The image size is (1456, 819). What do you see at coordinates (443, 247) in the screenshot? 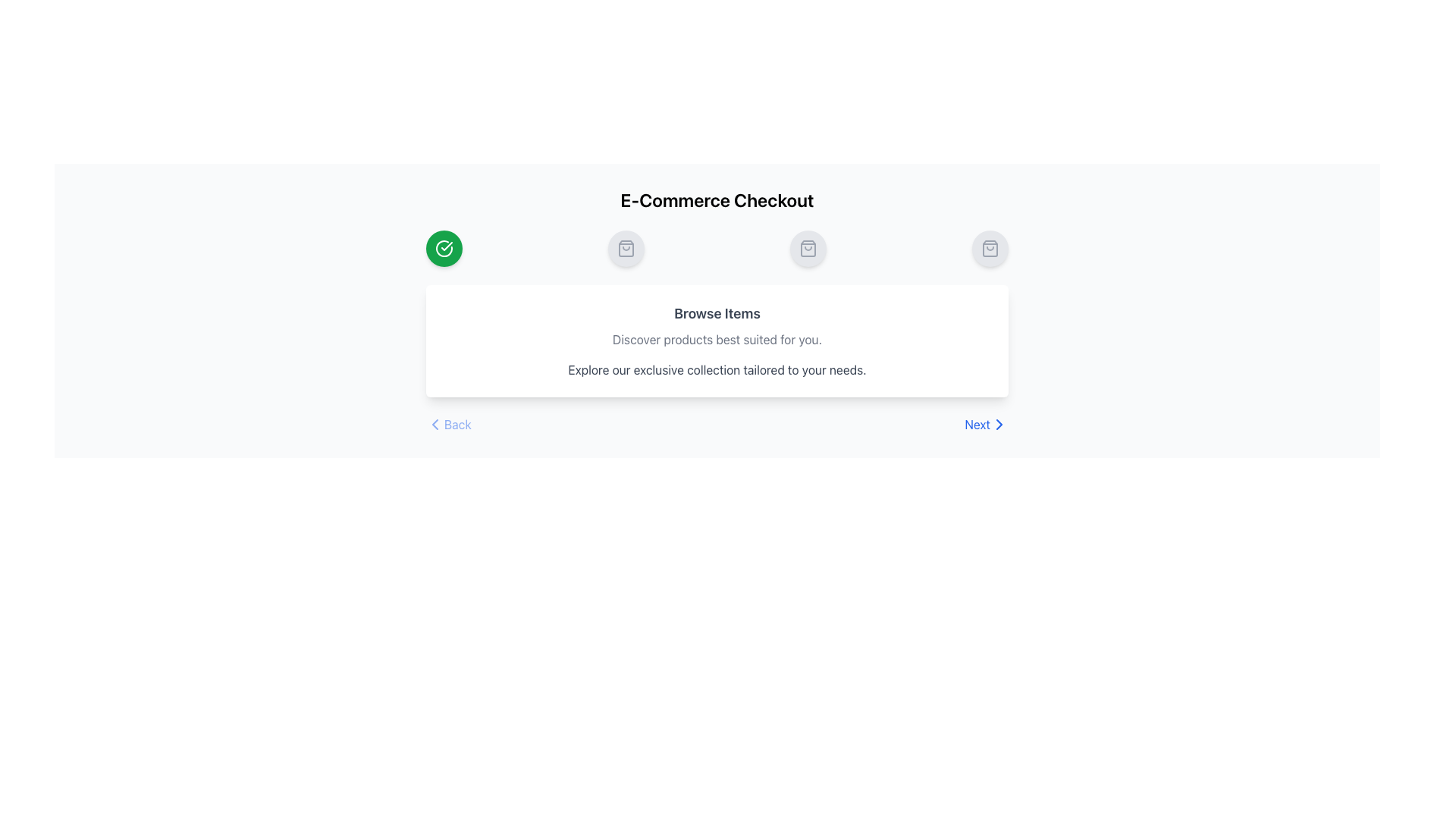
I see `the green circular confirmation icon located to the left of the step indicators` at bounding box center [443, 247].